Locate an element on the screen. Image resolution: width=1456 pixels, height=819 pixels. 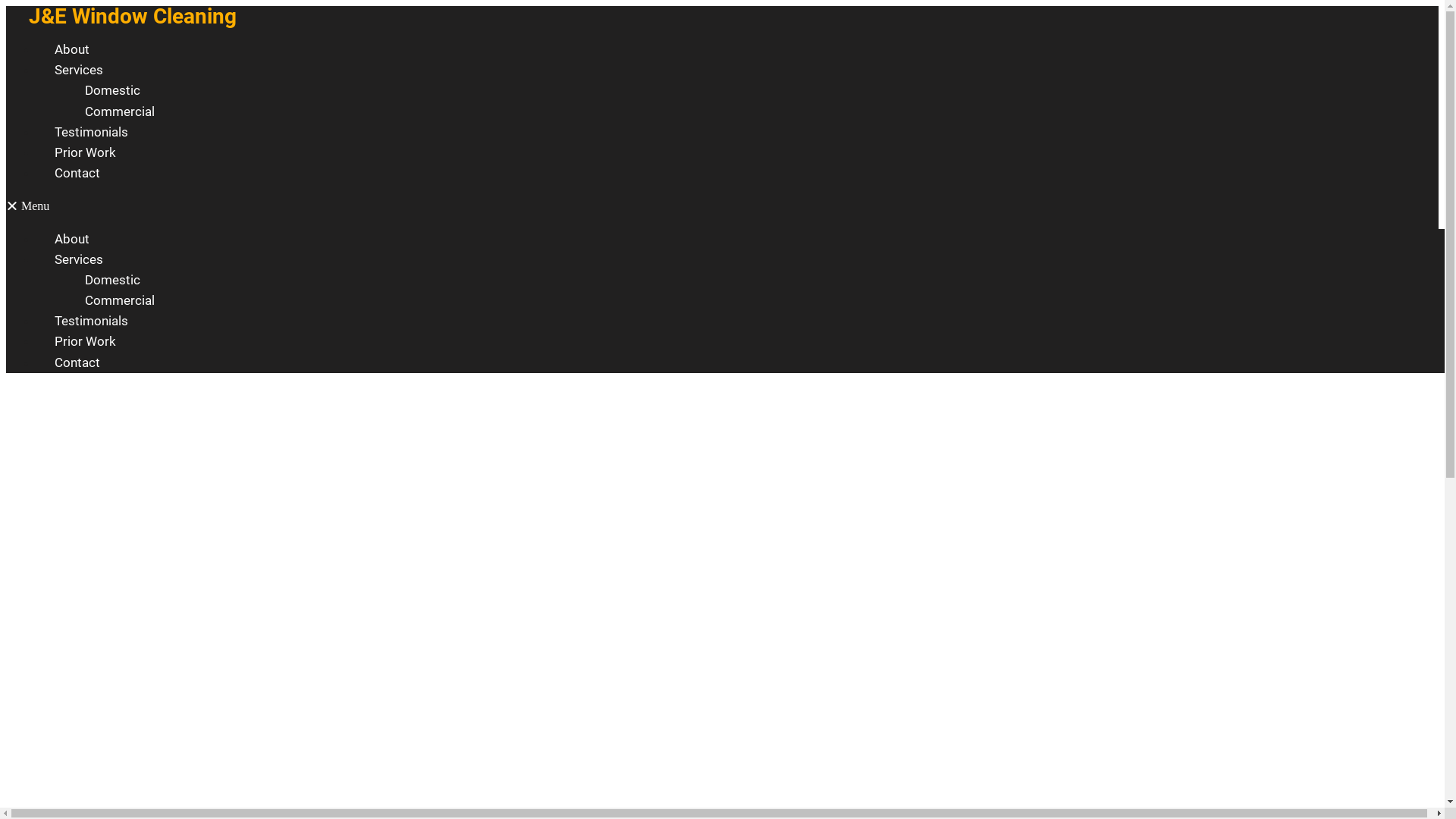
'Commercial' is located at coordinates (119, 110).